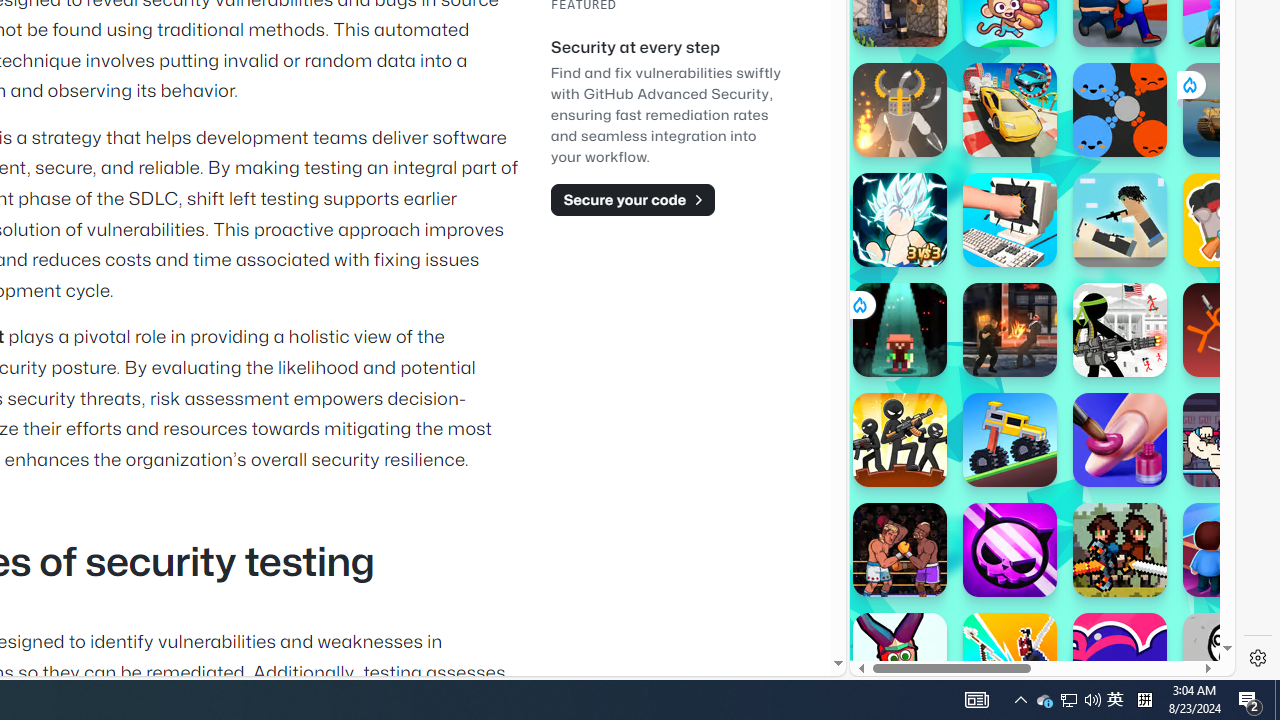  Describe the element at coordinates (898, 438) in the screenshot. I see `'Stick Defenders'` at that location.